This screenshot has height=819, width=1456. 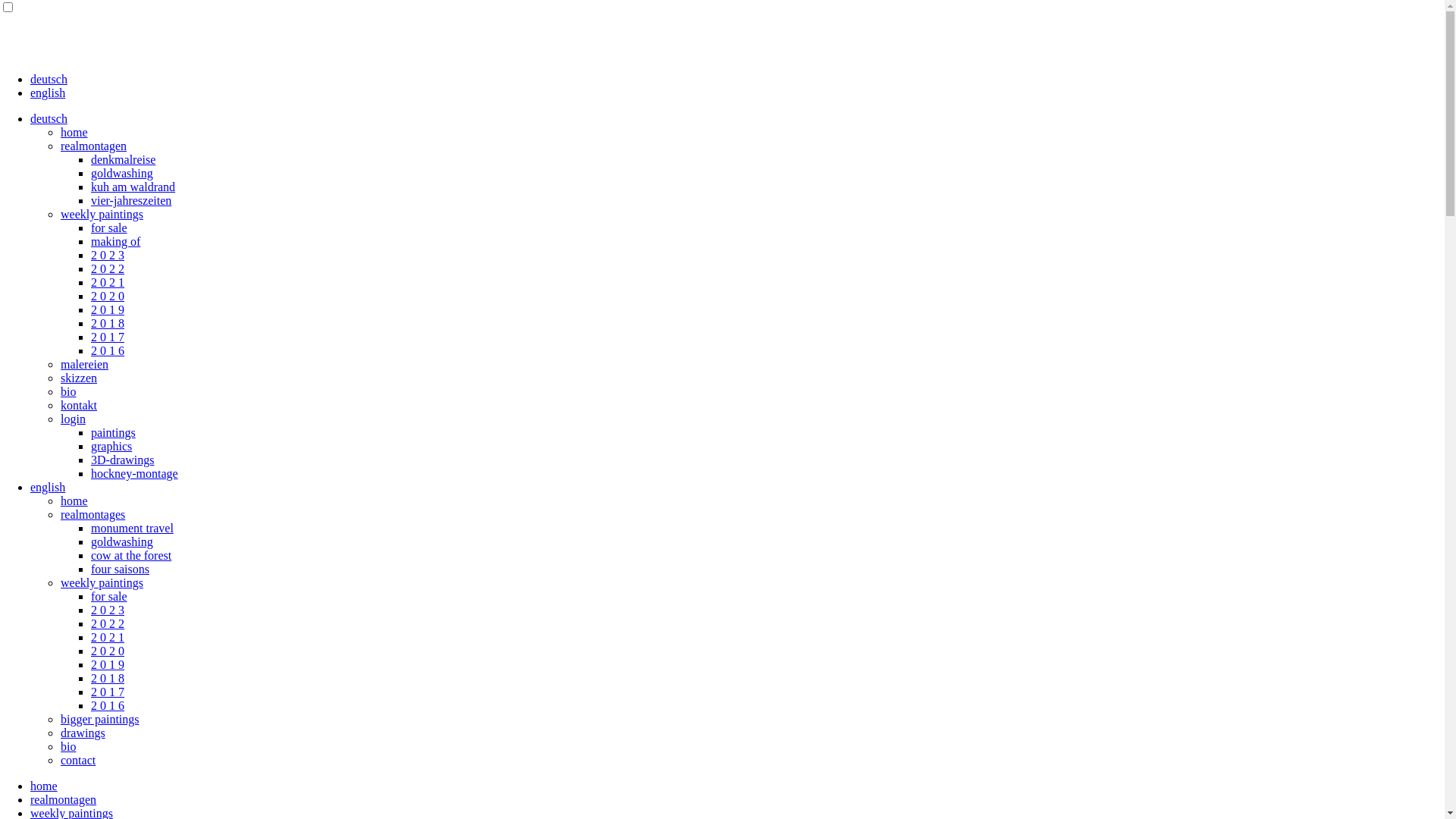 What do you see at coordinates (123, 459) in the screenshot?
I see `'3D-drawings'` at bounding box center [123, 459].